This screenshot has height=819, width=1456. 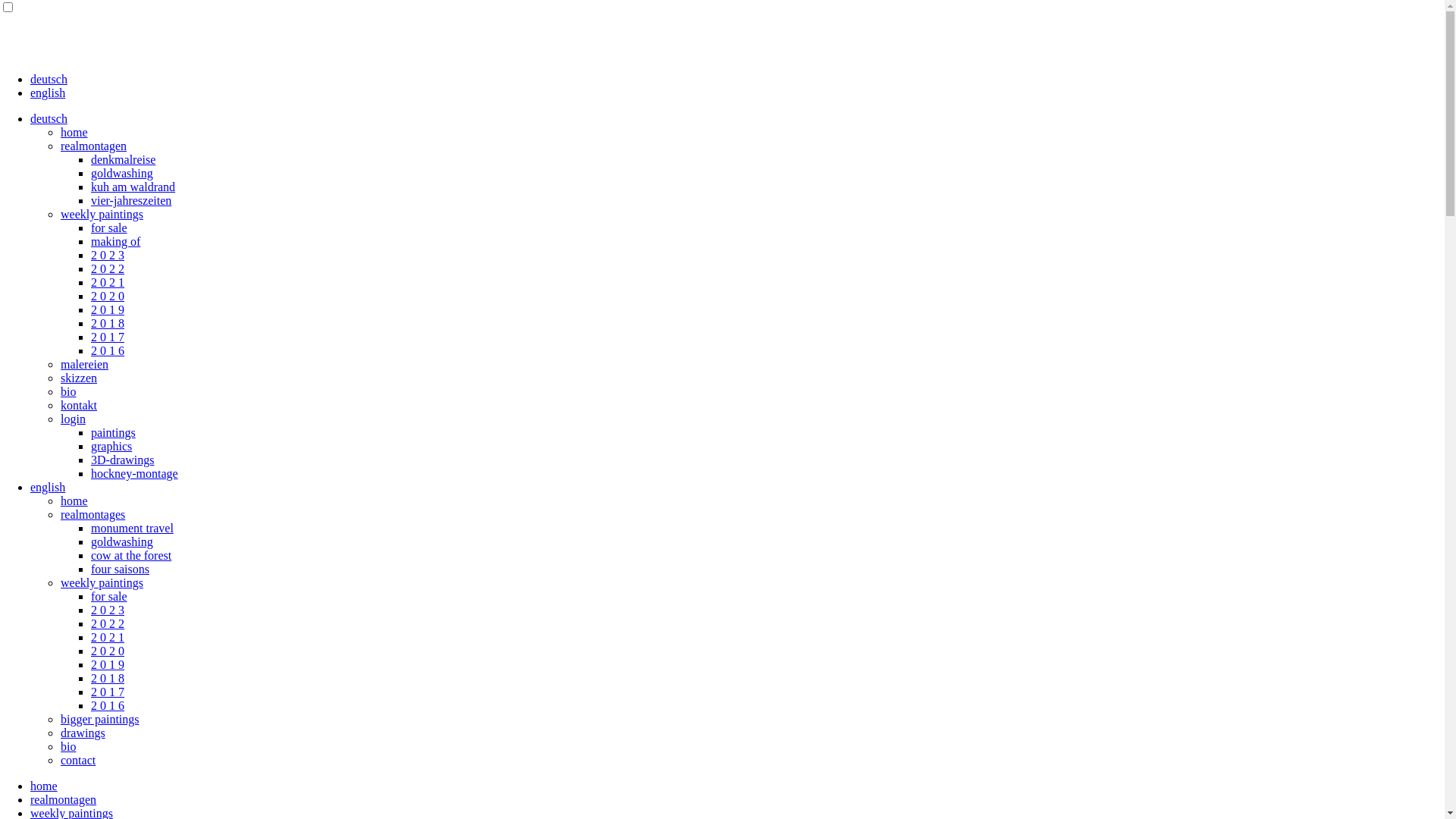 What do you see at coordinates (123, 459) in the screenshot?
I see `'3D-drawings'` at bounding box center [123, 459].